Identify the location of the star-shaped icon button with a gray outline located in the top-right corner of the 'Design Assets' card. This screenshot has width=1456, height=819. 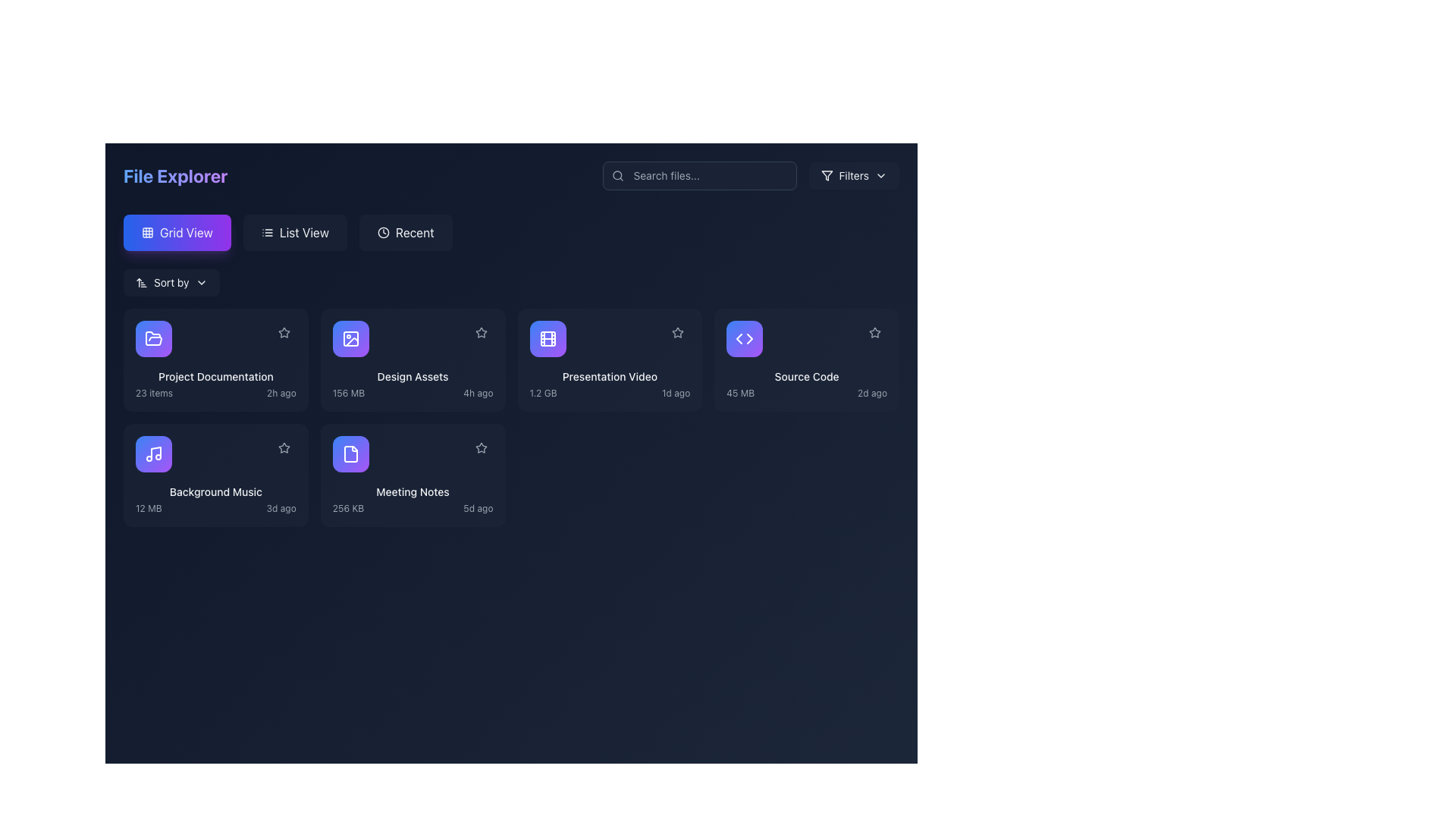
(480, 332).